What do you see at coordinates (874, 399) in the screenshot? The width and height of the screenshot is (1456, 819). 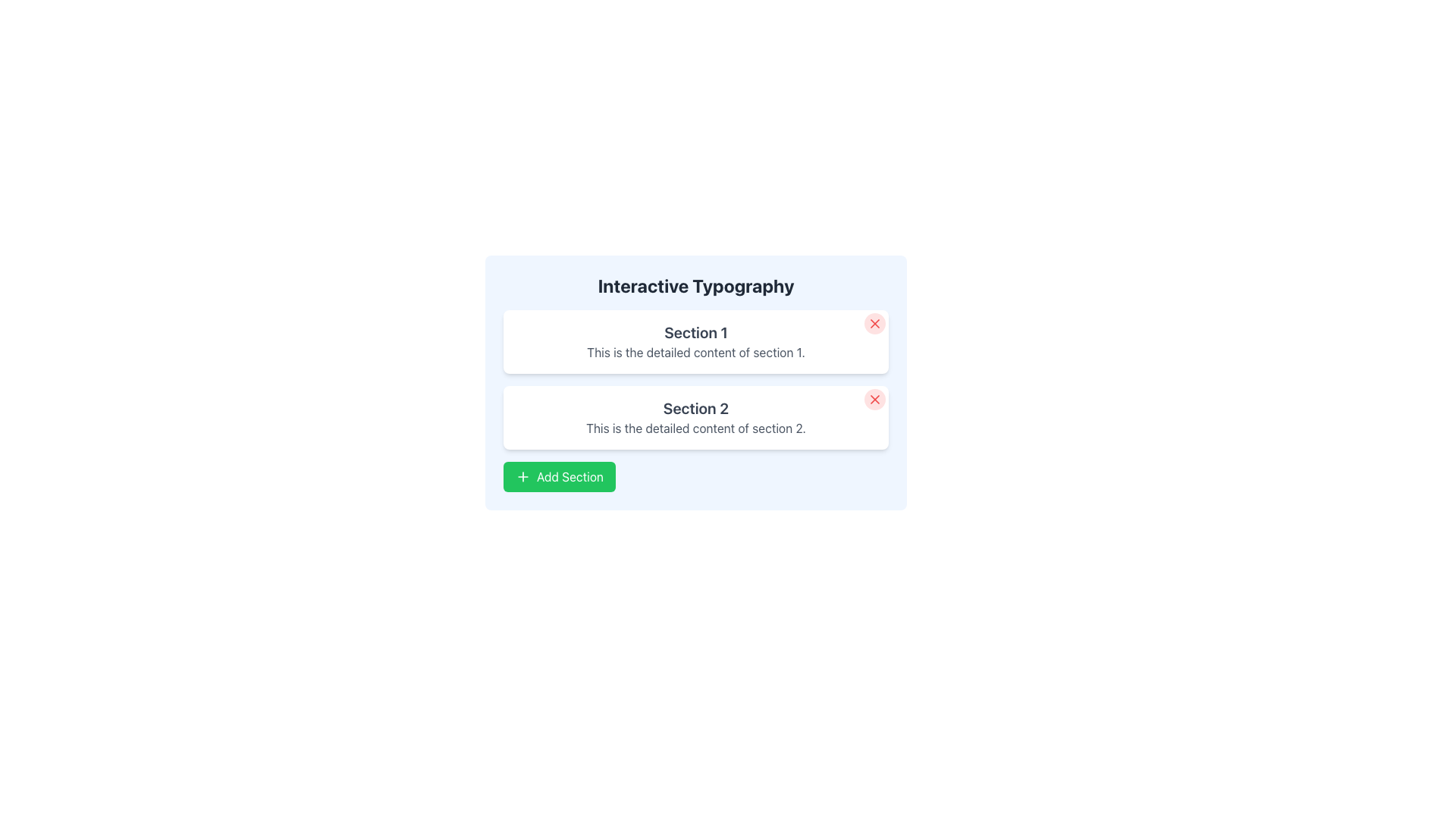 I see `the diagonal cross icon ('X') which is styled in red and serves as the 'close' button for the second section of the interface` at bounding box center [874, 399].